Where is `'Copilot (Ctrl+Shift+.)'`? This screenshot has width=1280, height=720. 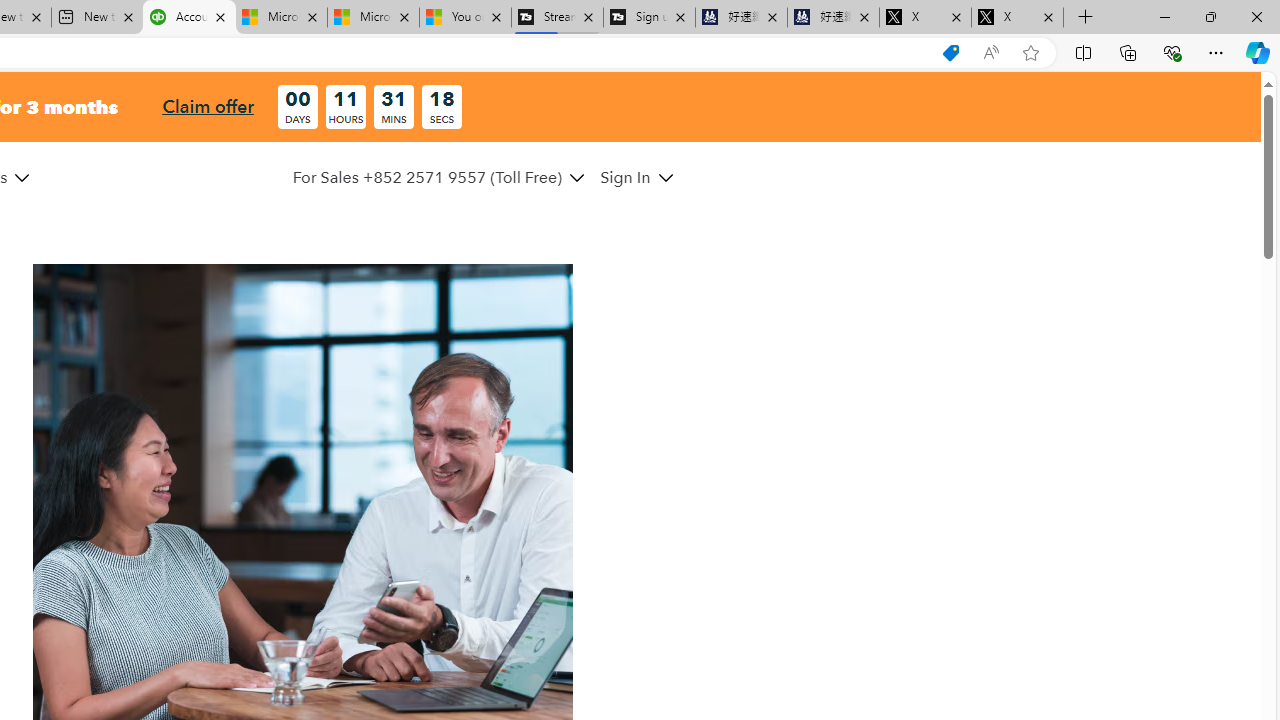 'Copilot (Ctrl+Shift+.)' is located at coordinates (1257, 51).